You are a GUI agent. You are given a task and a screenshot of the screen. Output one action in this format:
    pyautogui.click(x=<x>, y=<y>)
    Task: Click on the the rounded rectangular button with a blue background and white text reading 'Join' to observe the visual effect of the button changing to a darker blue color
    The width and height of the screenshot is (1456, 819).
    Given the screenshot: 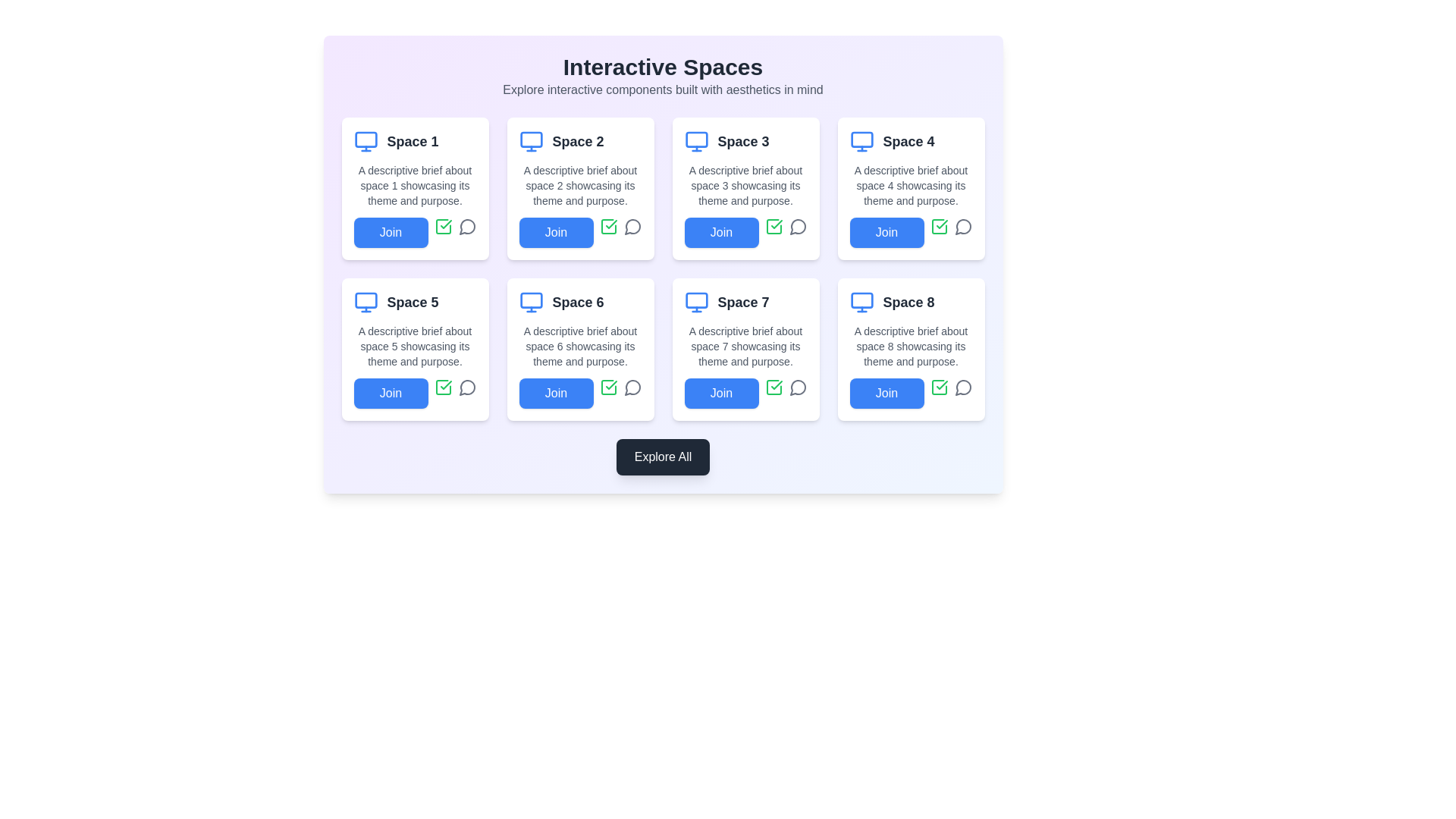 What is the action you would take?
    pyautogui.click(x=886, y=233)
    